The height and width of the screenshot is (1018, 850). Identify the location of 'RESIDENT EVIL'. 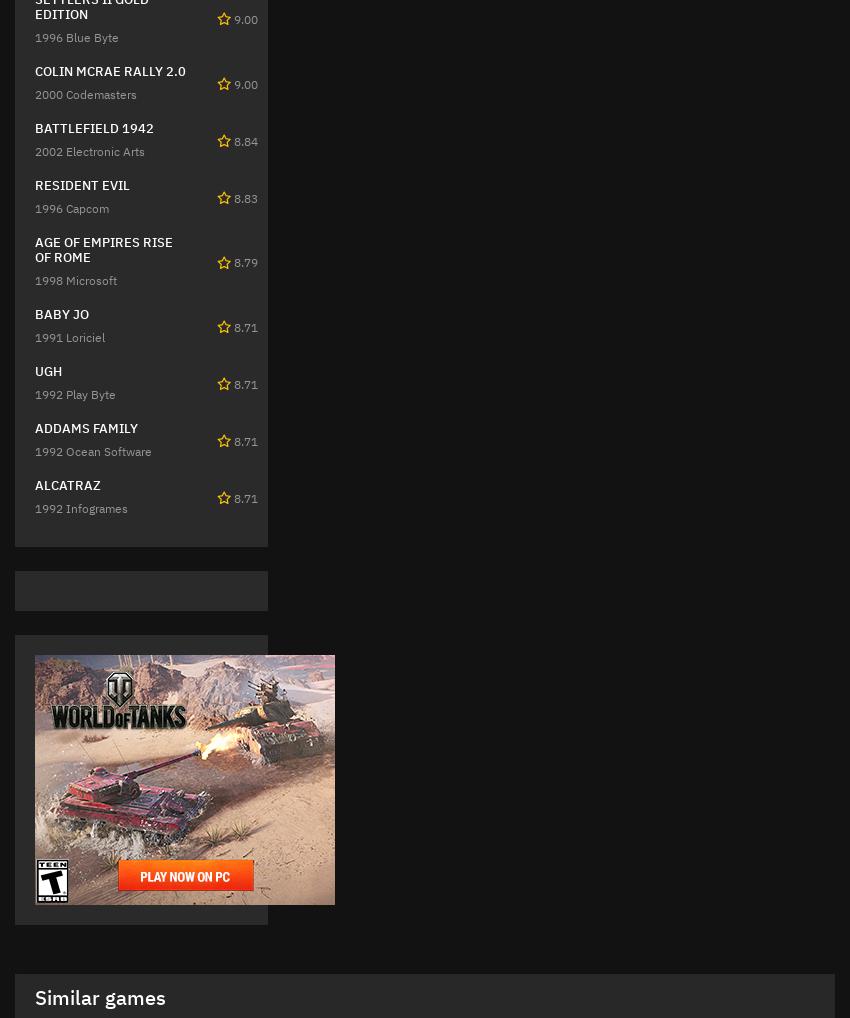
(82, 184).